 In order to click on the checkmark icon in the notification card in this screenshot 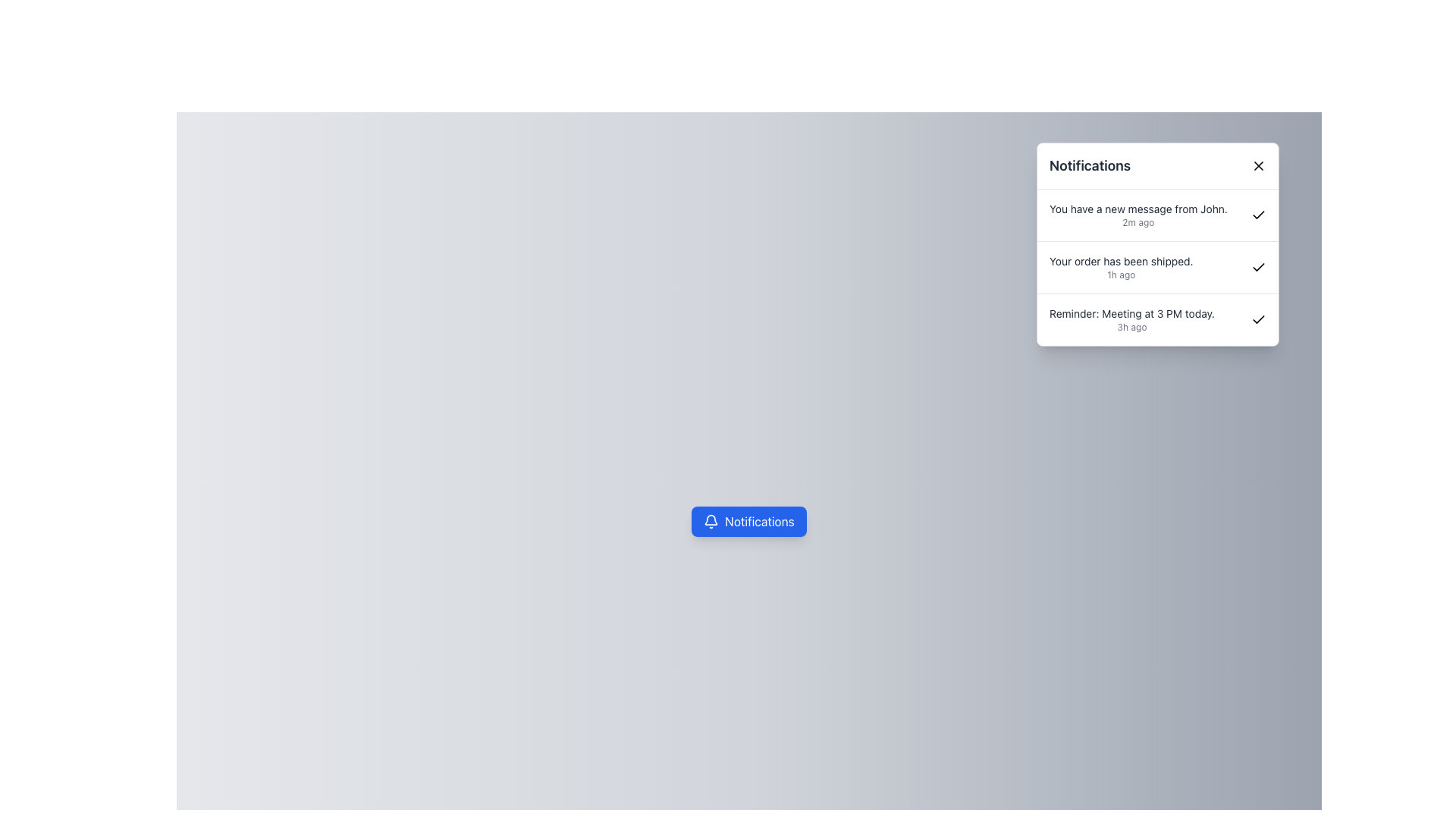, I will do `click(1259, 267)`.